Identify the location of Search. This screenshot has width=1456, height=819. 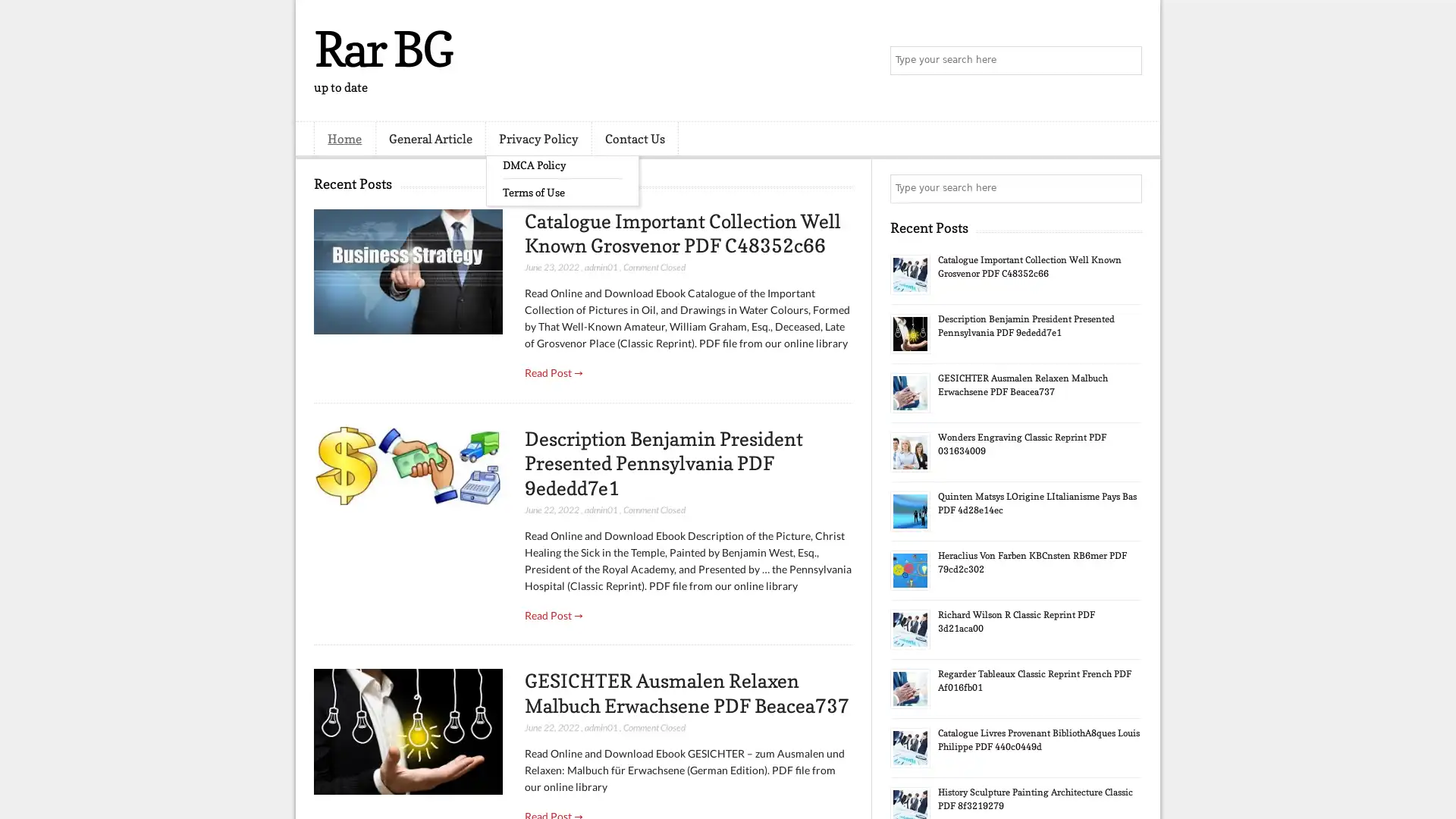
(1126, 61).